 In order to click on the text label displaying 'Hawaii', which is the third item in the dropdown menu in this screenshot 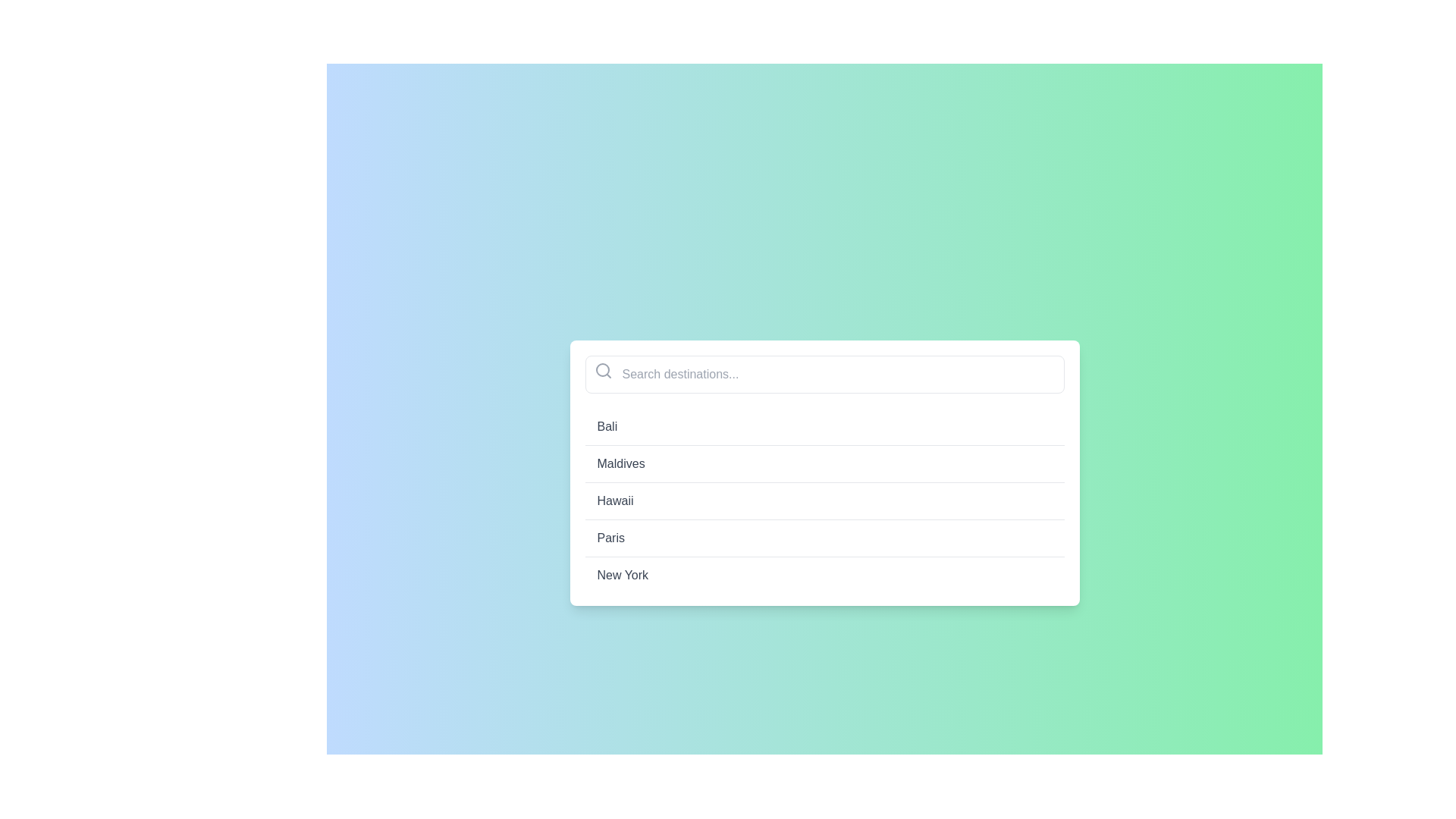, I will do `click(615, 500)`.